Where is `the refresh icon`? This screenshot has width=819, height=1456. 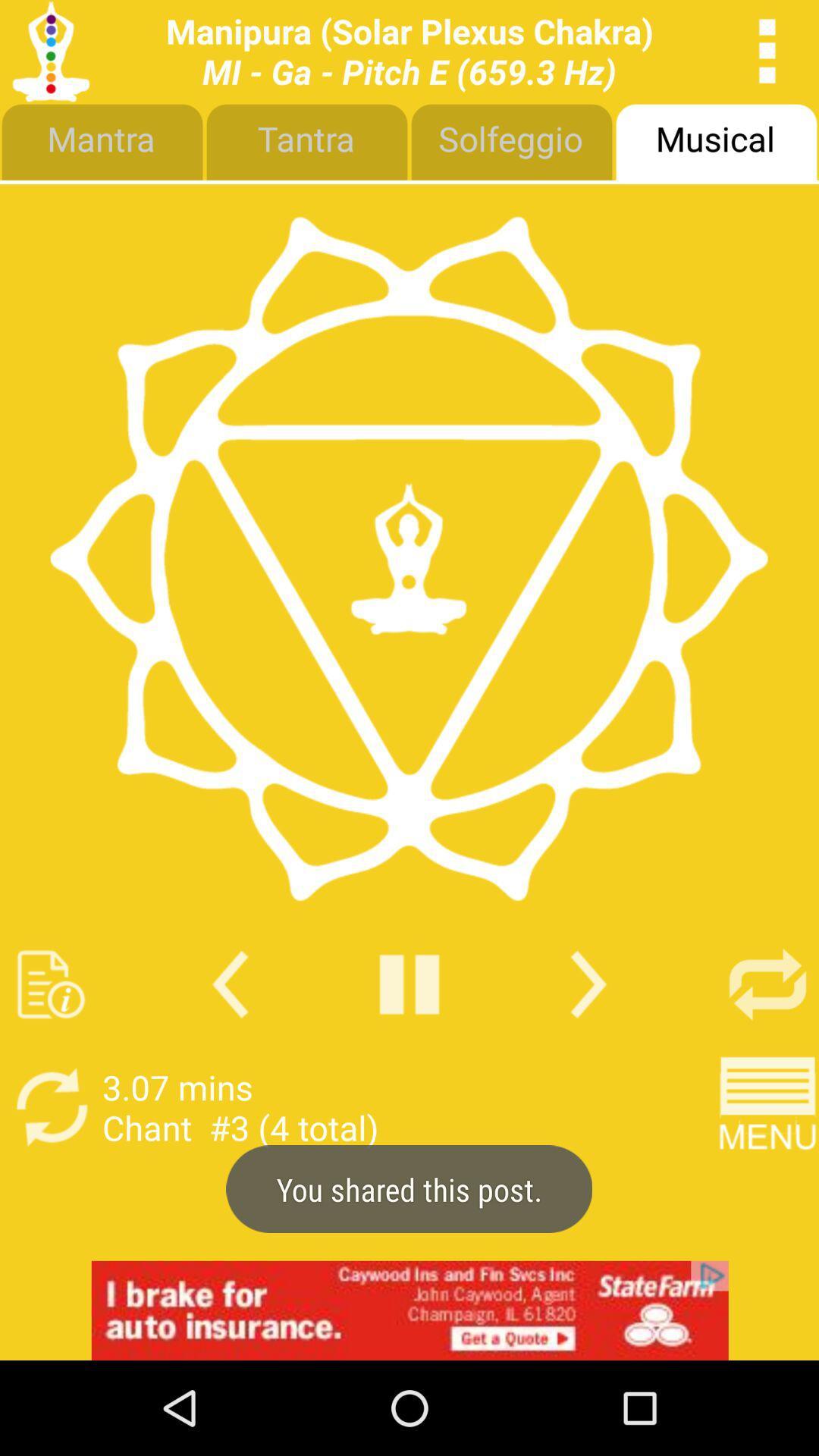
the refresh icon is located at coordinates (50, 1184).